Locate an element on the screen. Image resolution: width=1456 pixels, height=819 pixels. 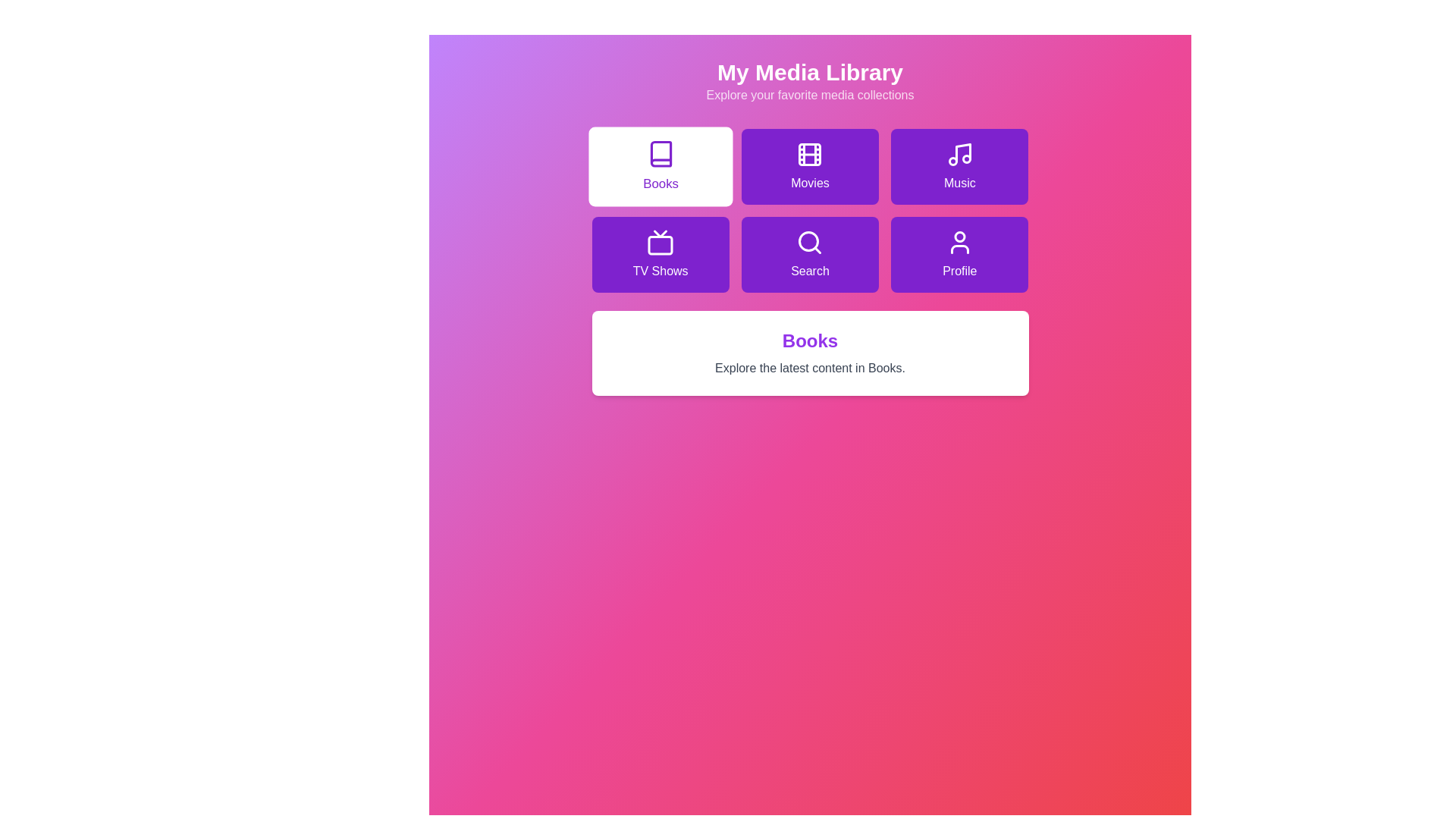
the circular element representing the user's profile within the 'Profile' icon is located at coordinates (959, 237).